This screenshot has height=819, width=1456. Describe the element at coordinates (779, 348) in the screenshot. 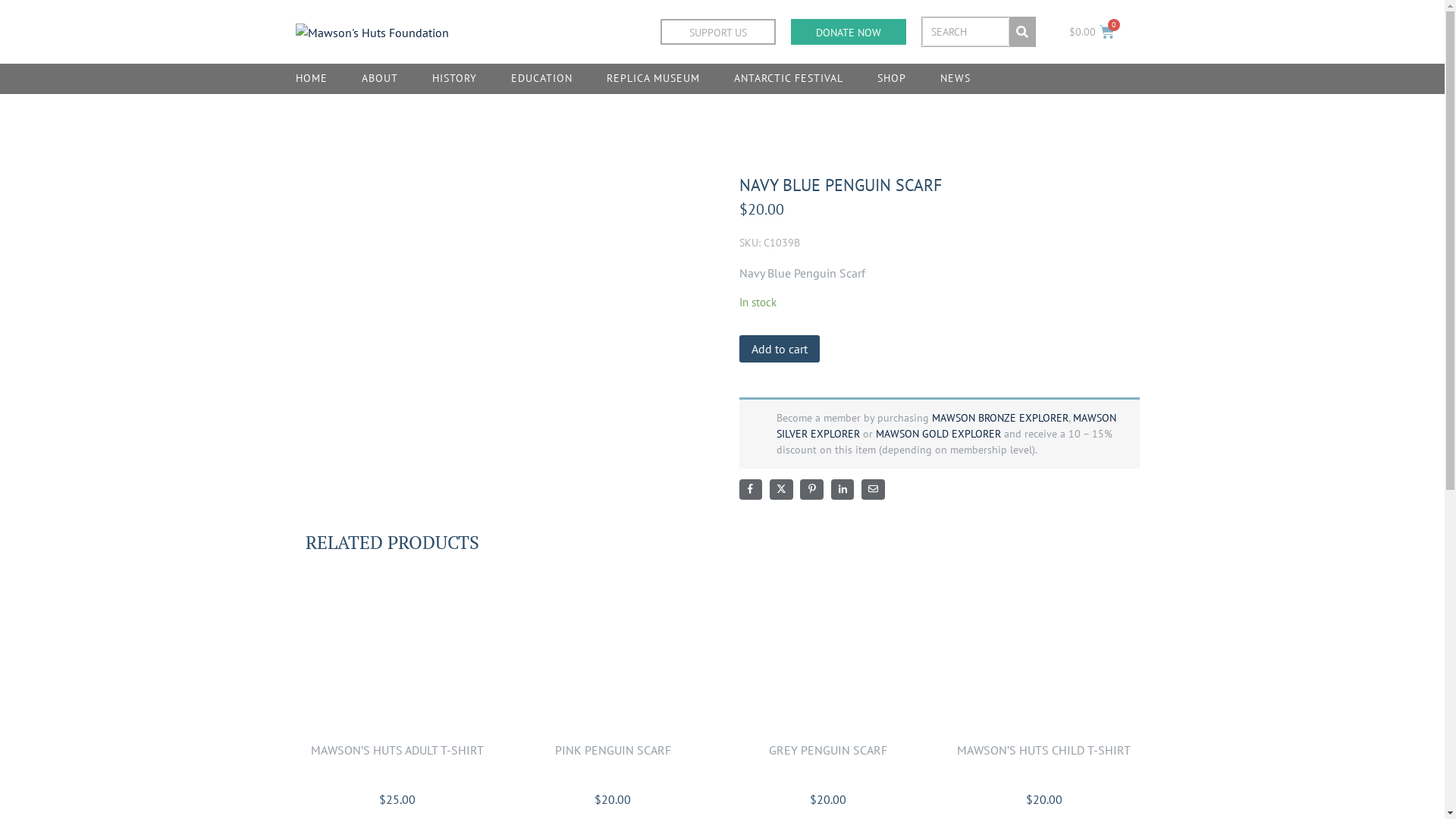

I see `'Add to cart'` at that location.